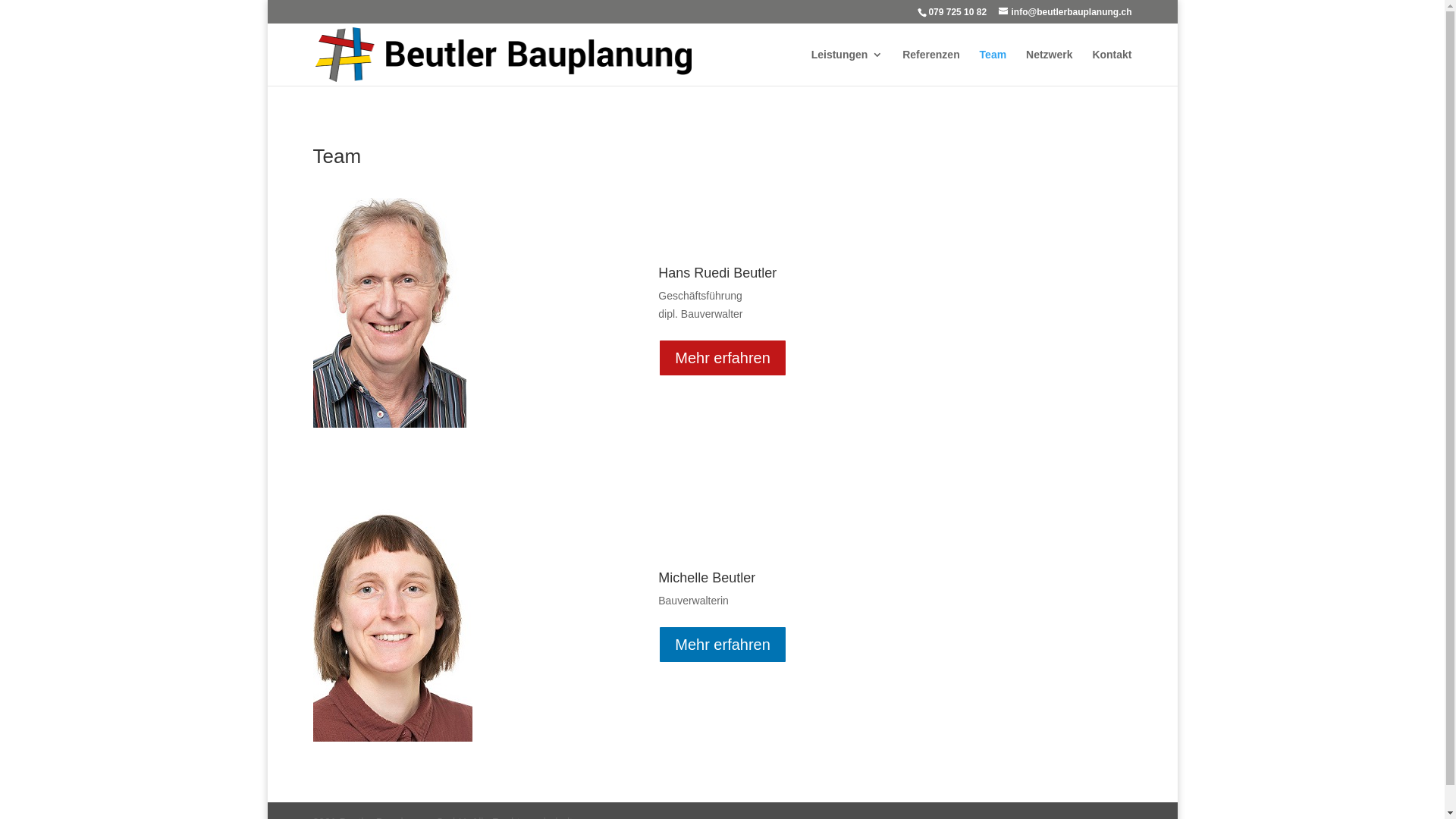 This screenshot has height=819, width=1456. What do you see at coordinates (722, 357) in the screenshot?
I see `'Mehr erfahren'` at bounding box center [722, 357].